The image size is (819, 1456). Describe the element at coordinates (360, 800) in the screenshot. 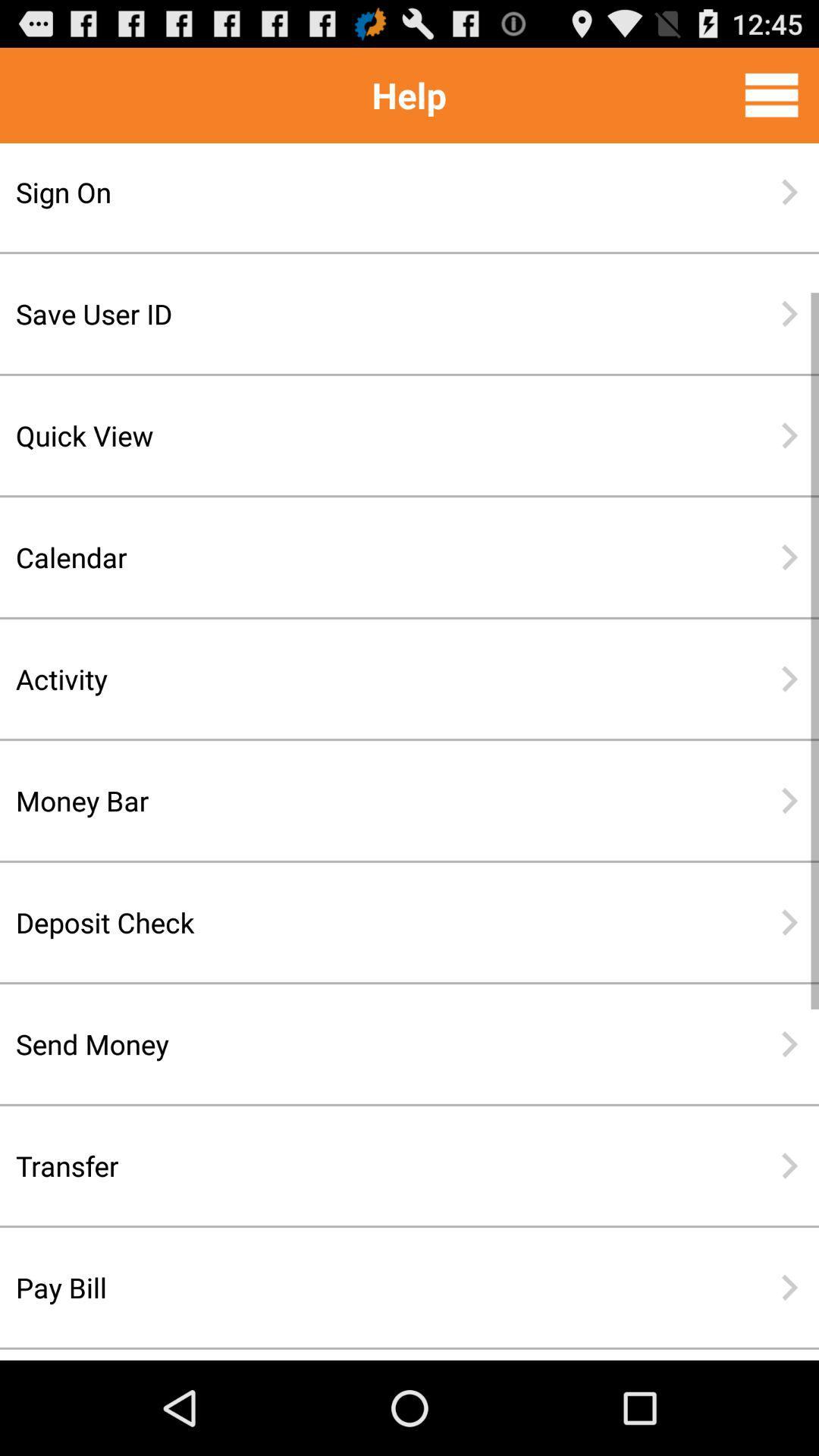

I see `money bar item` at that location.